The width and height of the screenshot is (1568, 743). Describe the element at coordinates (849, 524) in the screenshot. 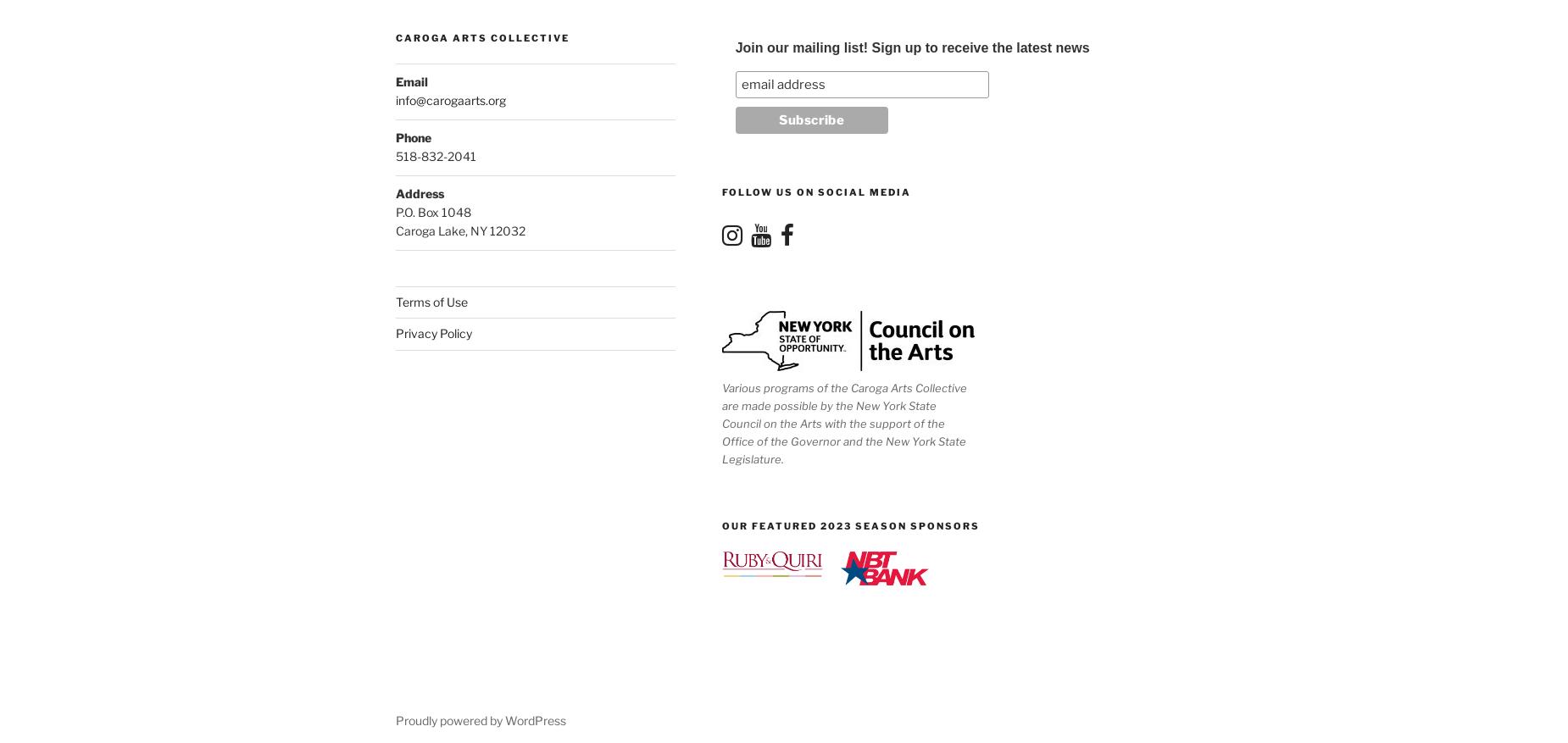

I see `'Our Featured 2023 Season Sponsors'` at that location.